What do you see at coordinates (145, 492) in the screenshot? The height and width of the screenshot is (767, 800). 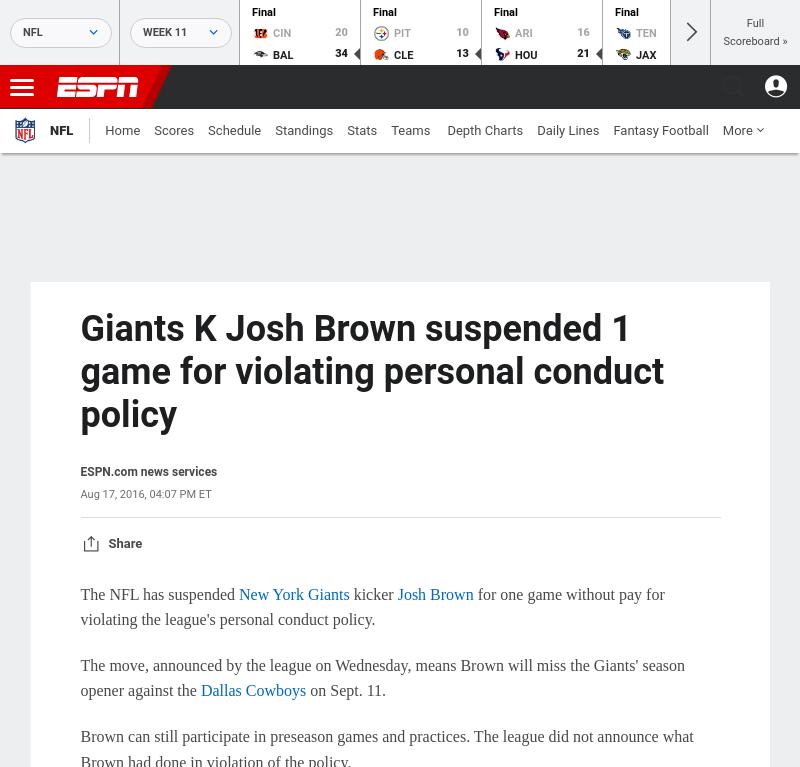 I see `'Aug 17, 2016, 04:07 PM ET'` at bounding box center [145, 492].